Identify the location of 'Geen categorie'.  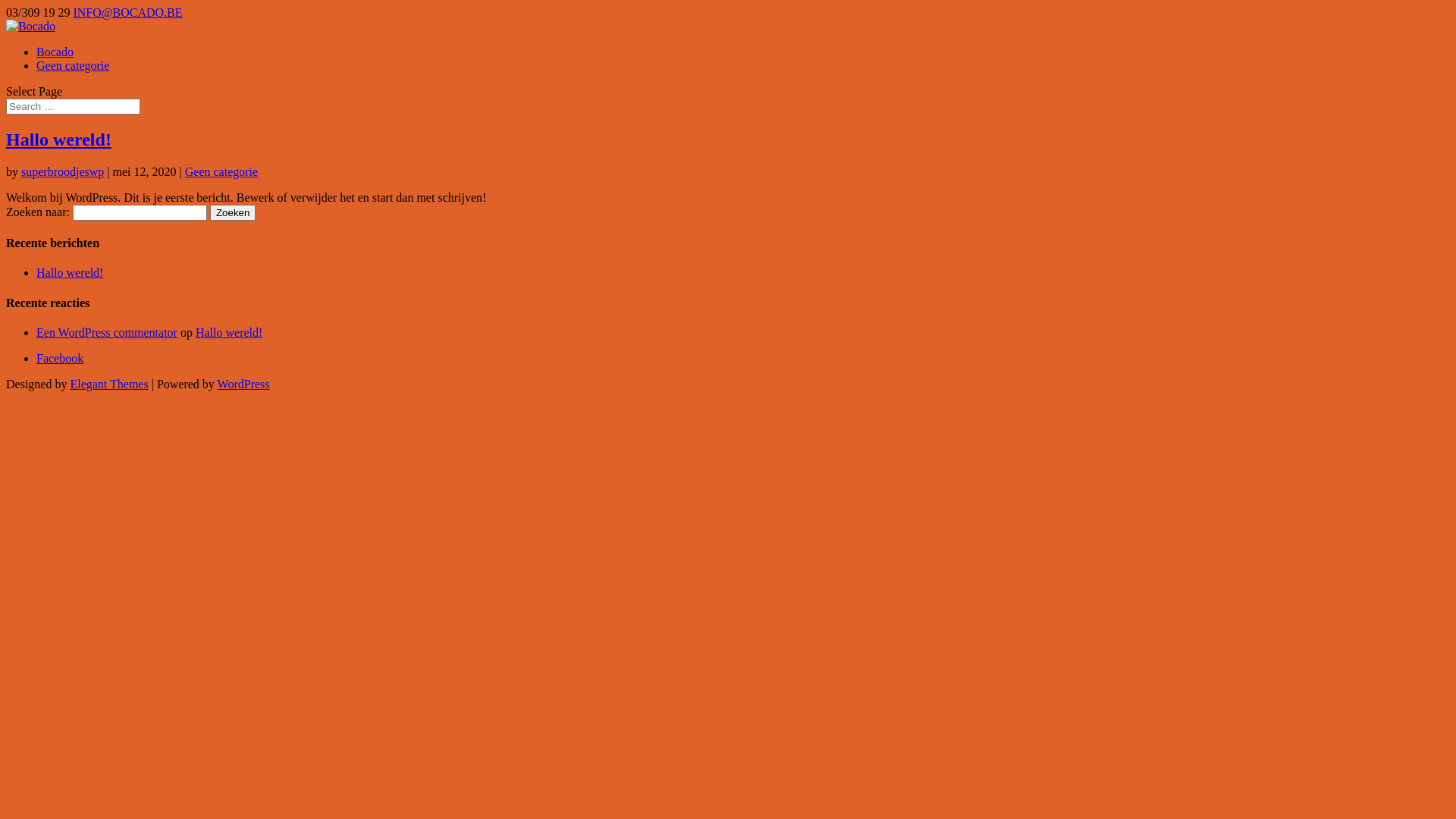
(184, 171).